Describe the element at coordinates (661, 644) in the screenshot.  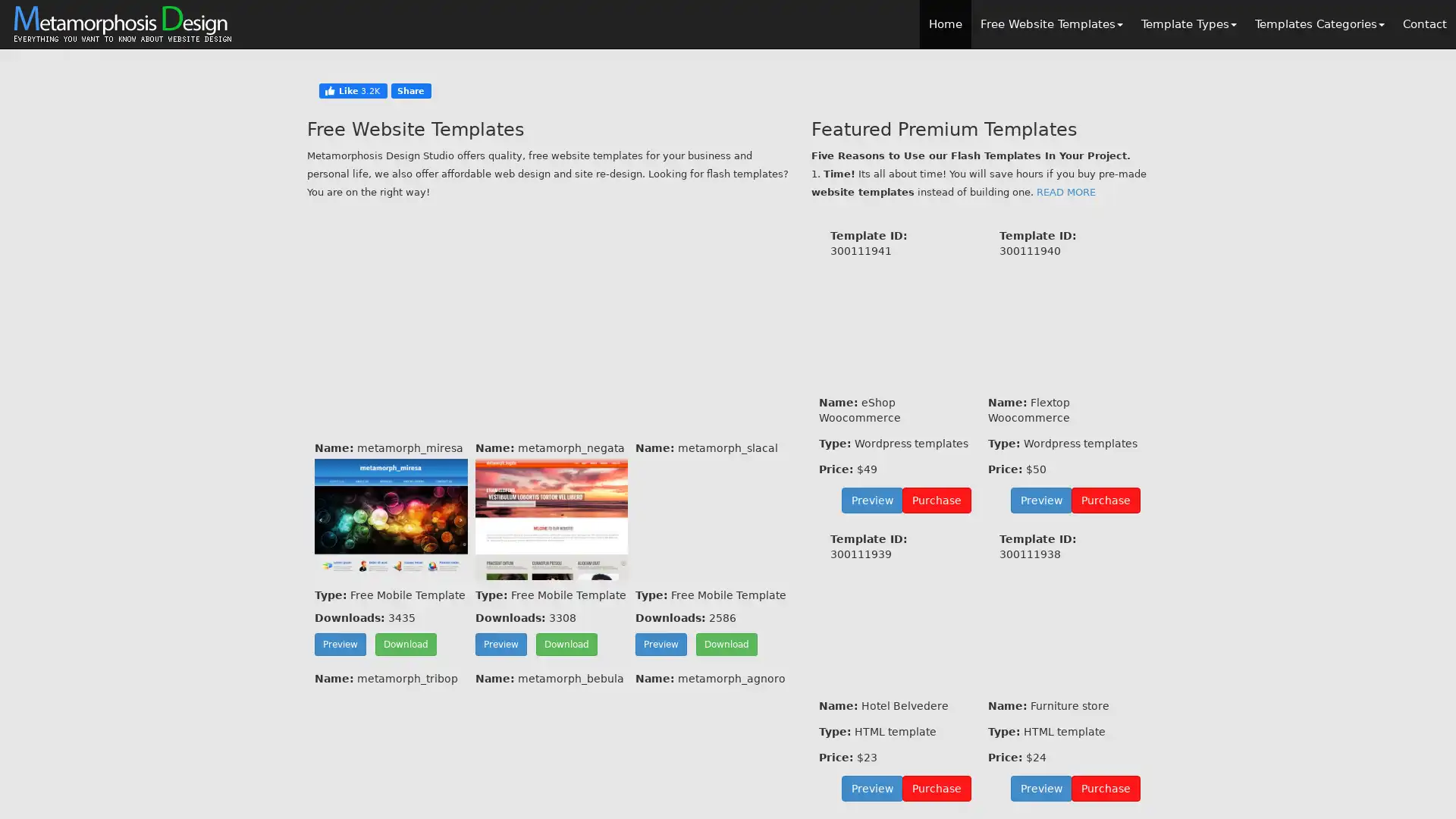
I see `Preview` at that location.